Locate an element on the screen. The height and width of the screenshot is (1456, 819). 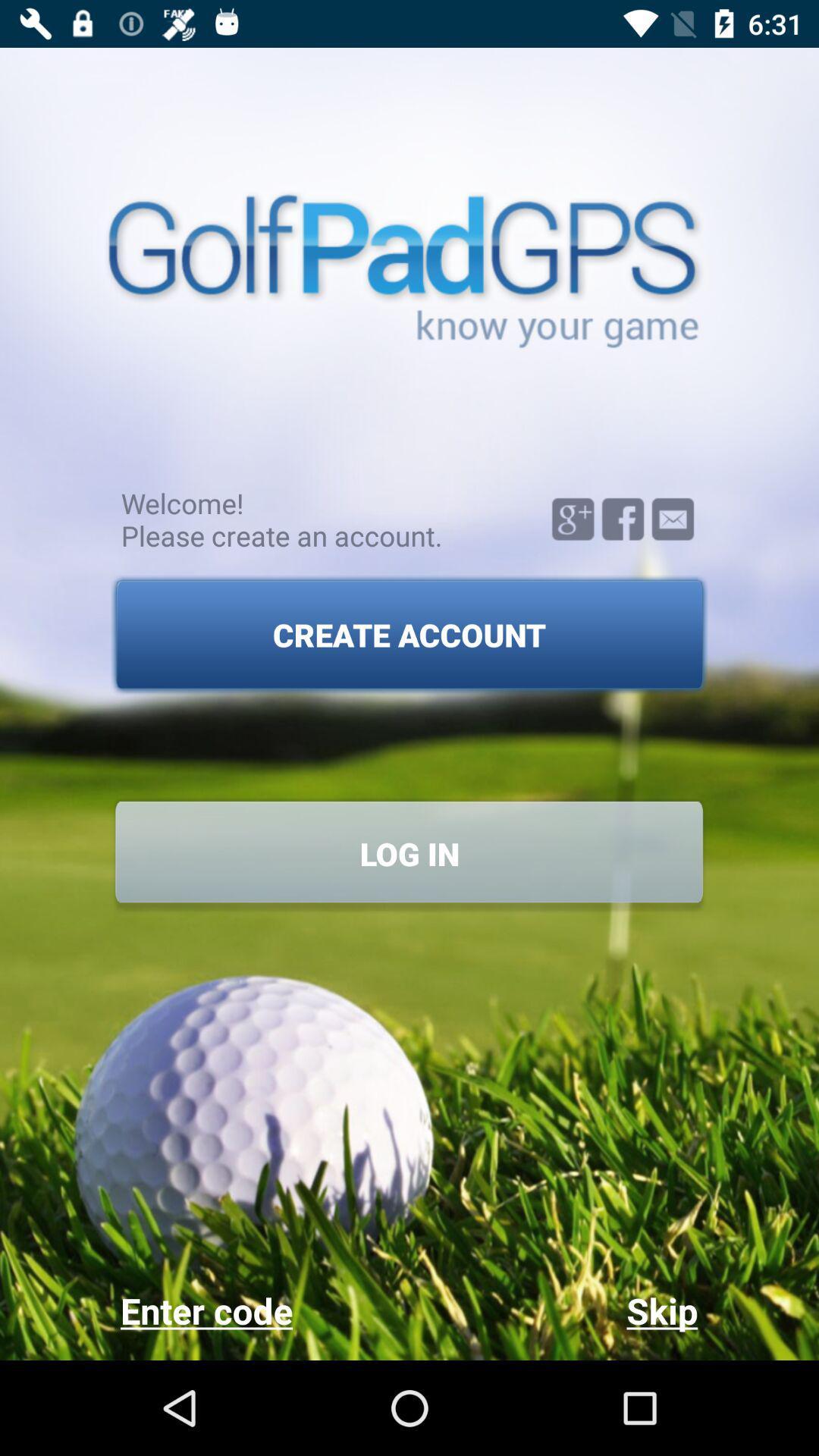
item above the skip item is located at coordinates (409, 853).